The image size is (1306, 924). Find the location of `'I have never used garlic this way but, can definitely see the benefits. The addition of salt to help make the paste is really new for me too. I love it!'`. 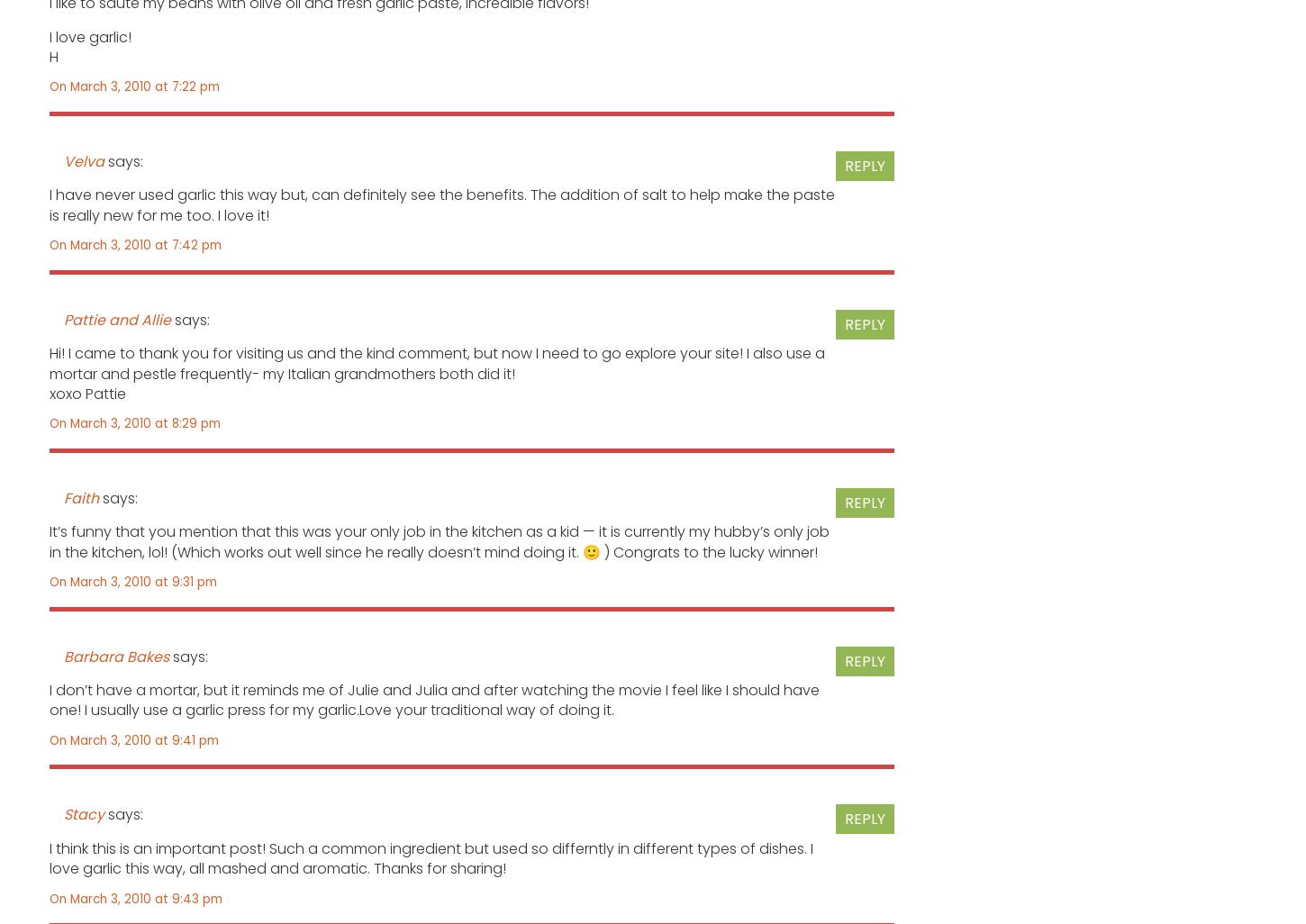

'I have never used garlic this way but, can definitely see the benefits. The addition of salt to help make the paste is really new for me too. I love it!' is located at coordinates (49, 204).